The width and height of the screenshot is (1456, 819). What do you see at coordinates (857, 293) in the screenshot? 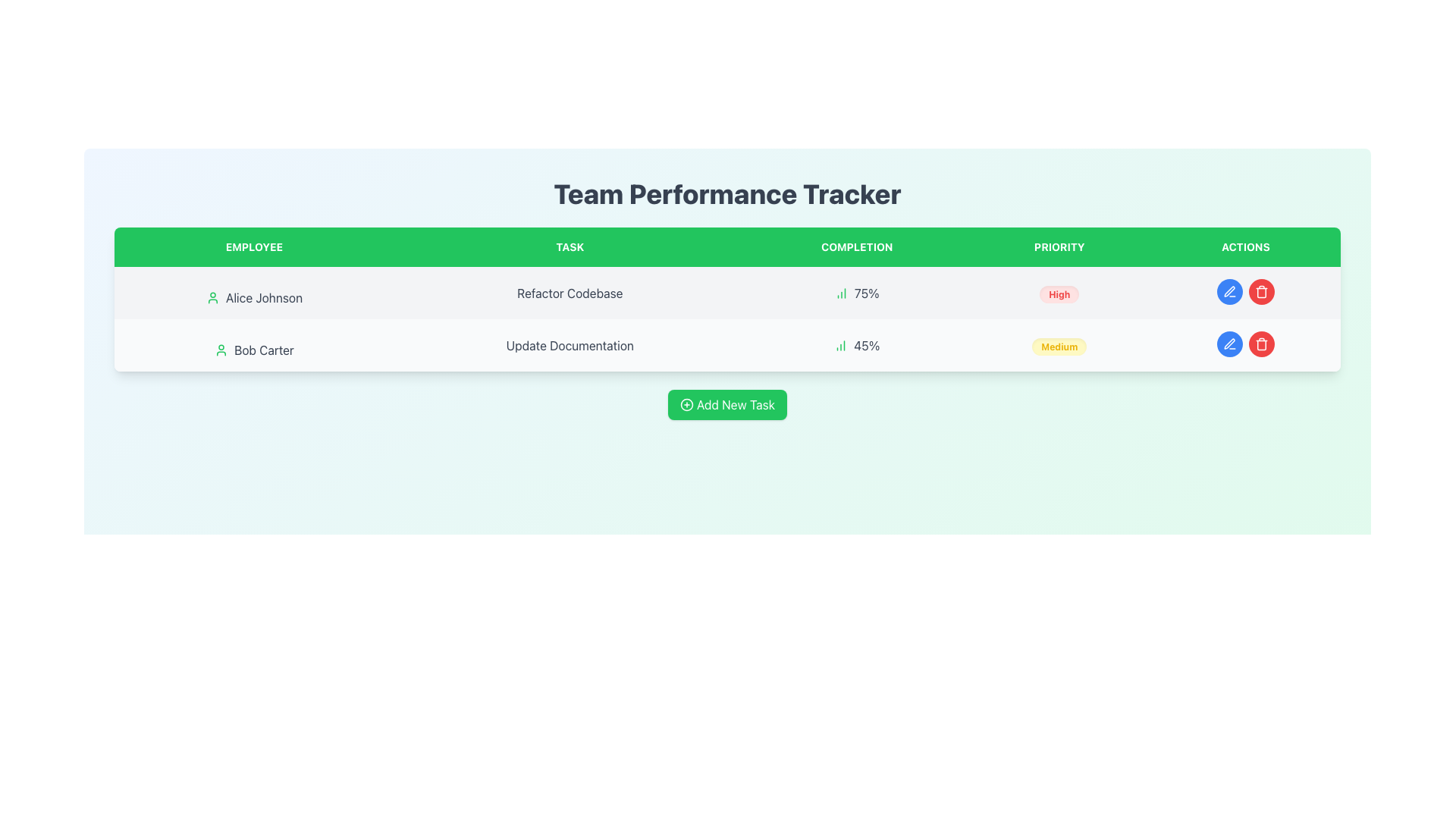
I see `the label displaying '75%' with a green bar chart icon, located in the third column of the first row of the 'Team Performance Tracker' table, beneath the 'Completion' header` at bounding box center [857, 293].